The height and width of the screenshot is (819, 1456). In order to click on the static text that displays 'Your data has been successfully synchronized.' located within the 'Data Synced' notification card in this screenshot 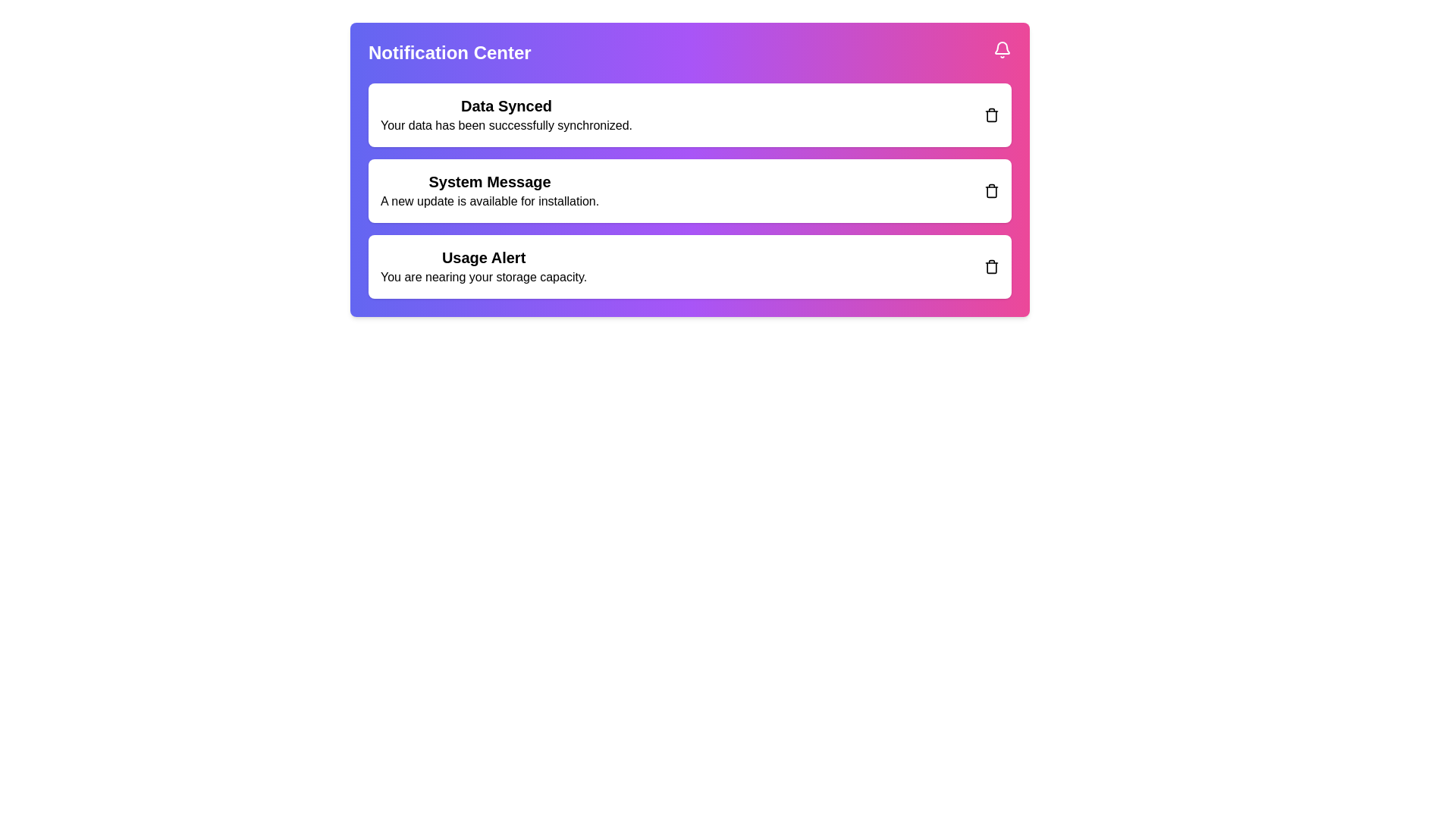, I will do `click(506, 124)`.